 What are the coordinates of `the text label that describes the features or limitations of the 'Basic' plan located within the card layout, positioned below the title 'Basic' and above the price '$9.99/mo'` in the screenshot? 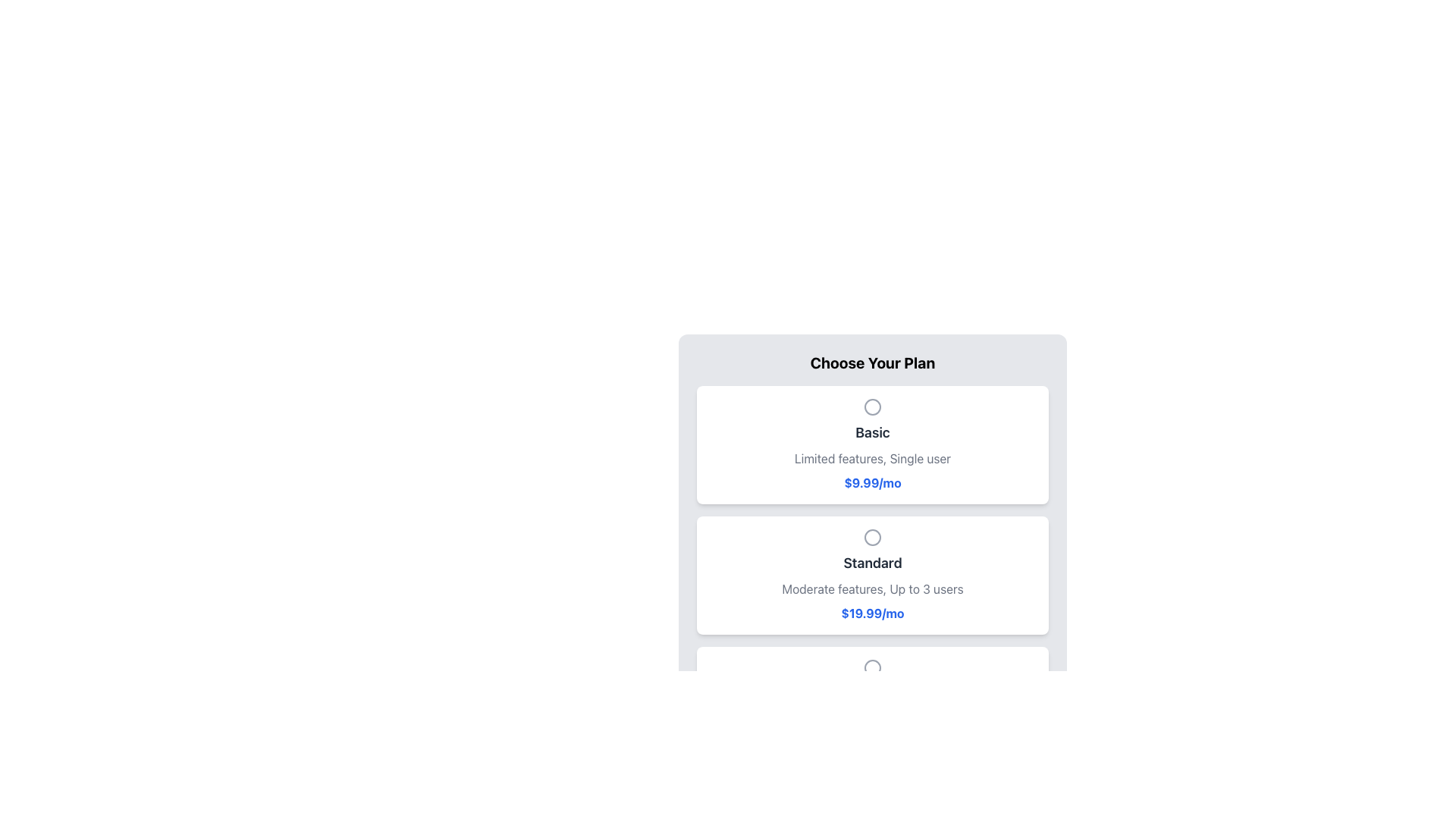 It's located at (873, 458).